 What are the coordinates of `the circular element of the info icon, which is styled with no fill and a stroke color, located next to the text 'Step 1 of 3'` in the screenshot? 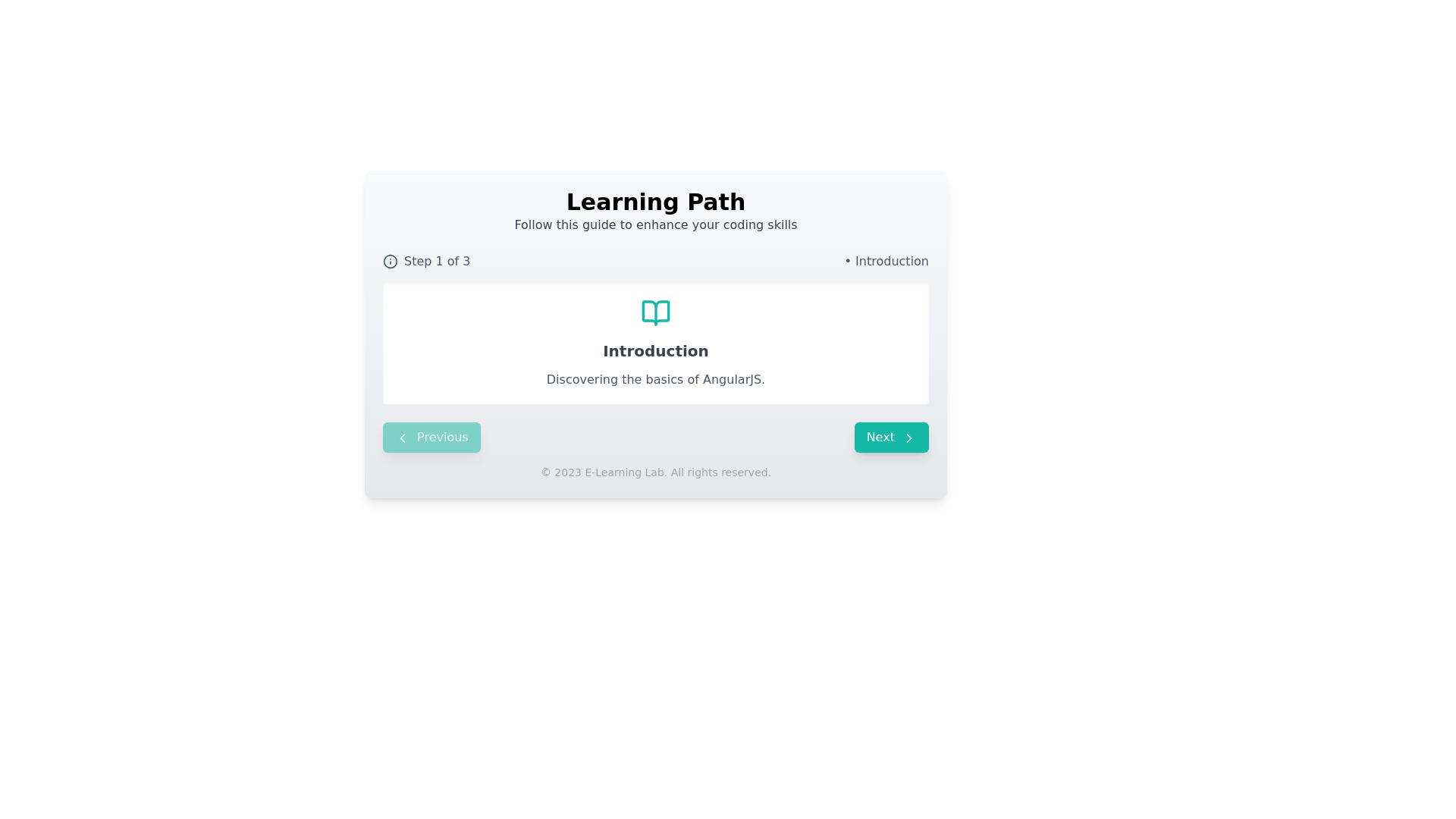 It's located at (390, 260).